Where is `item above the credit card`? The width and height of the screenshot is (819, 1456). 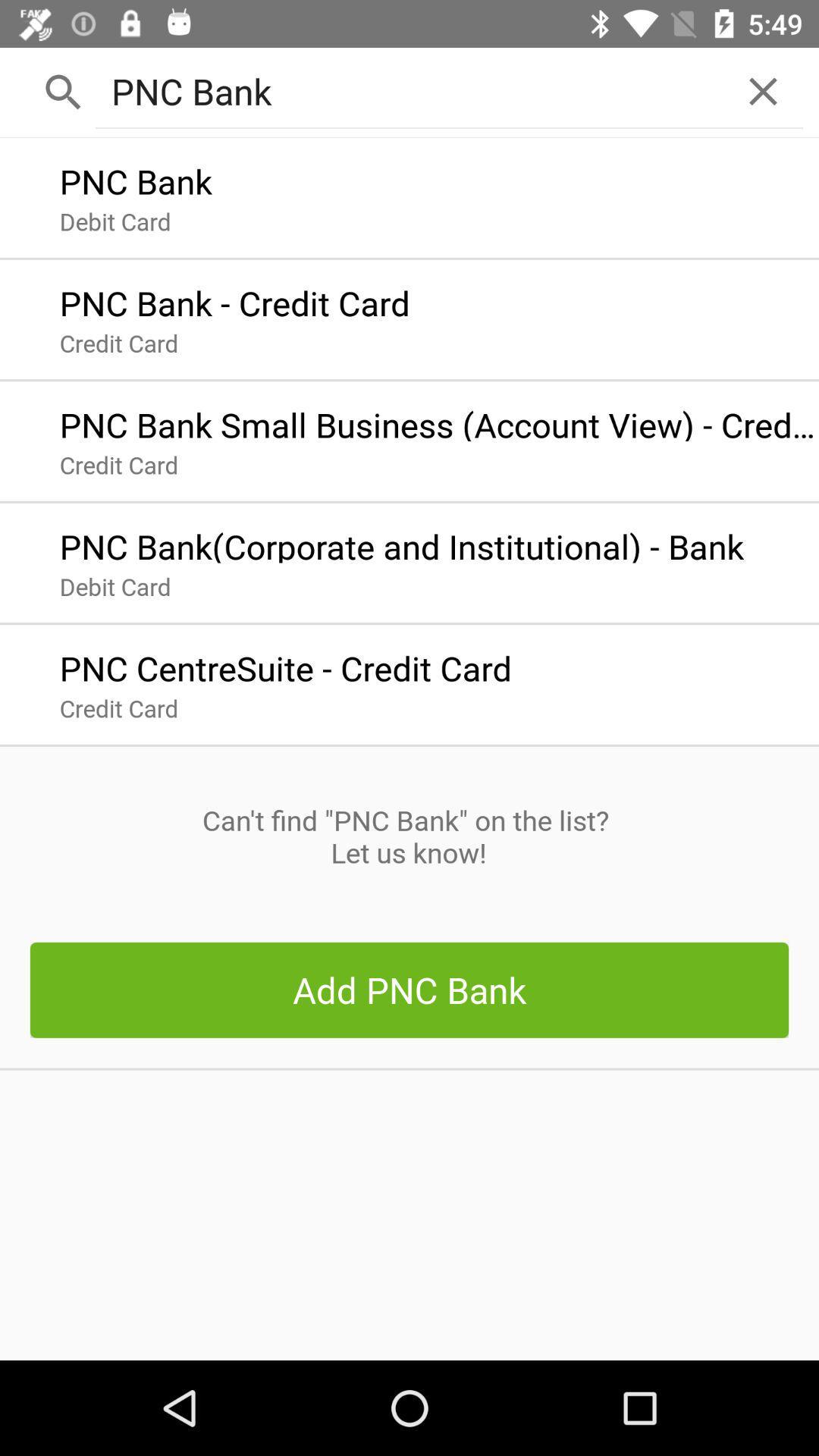 item above the credit card is located at coordinates (285, 664).